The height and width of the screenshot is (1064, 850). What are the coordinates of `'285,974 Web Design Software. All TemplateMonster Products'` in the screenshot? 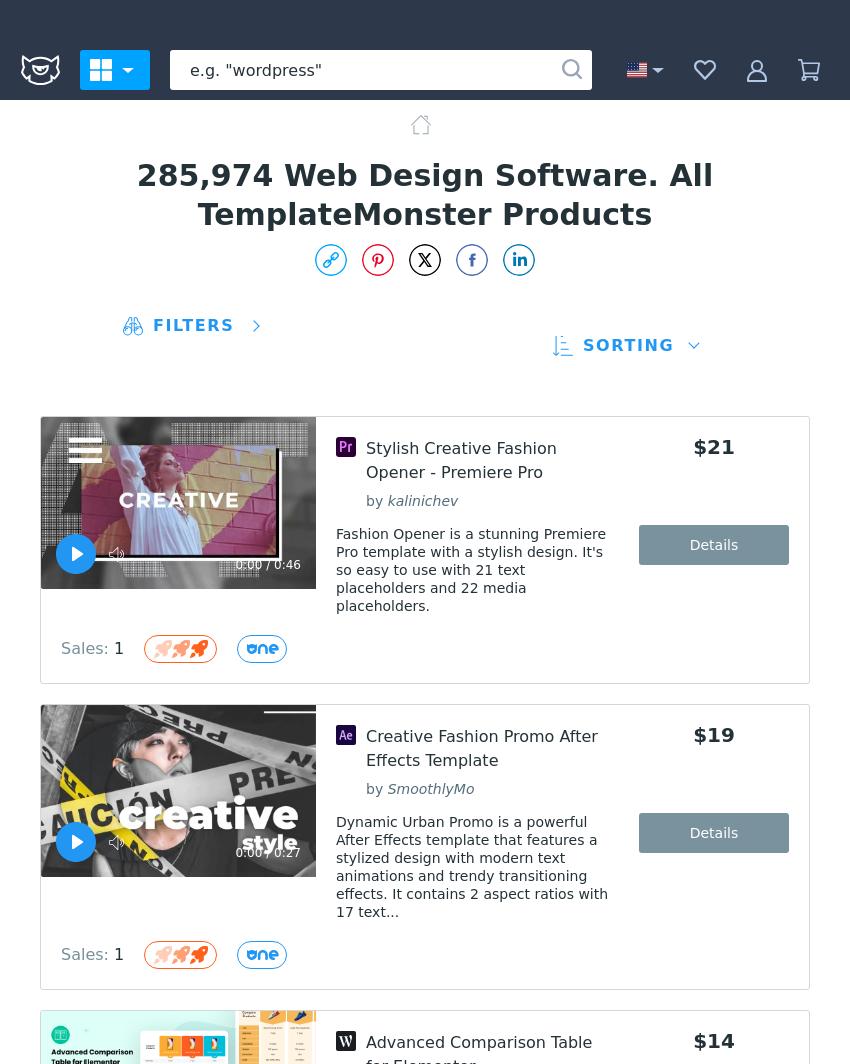 It's located at (424, 195).